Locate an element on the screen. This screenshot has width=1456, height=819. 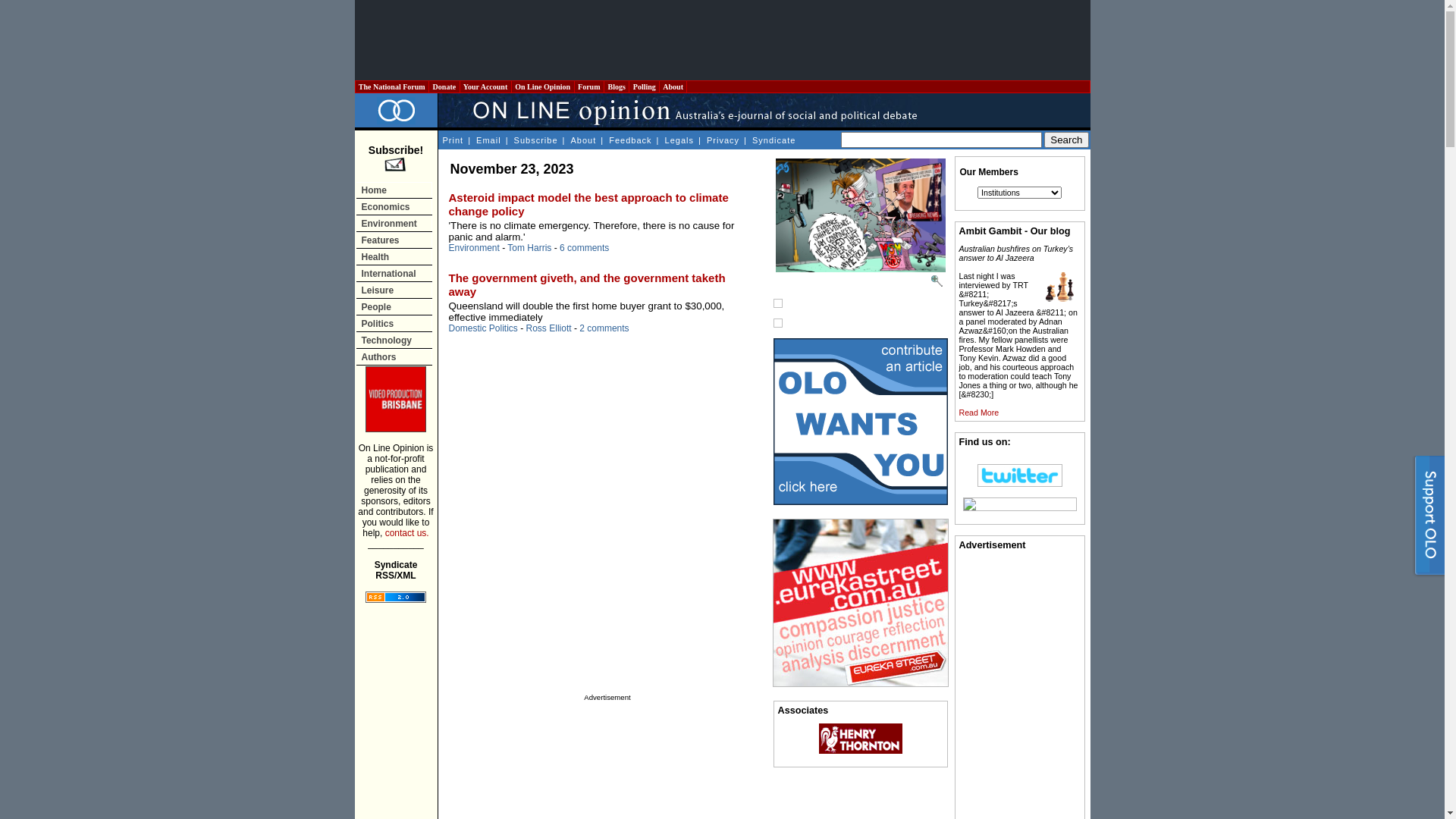
' Blogs ' is located at coordinates (616, 86).